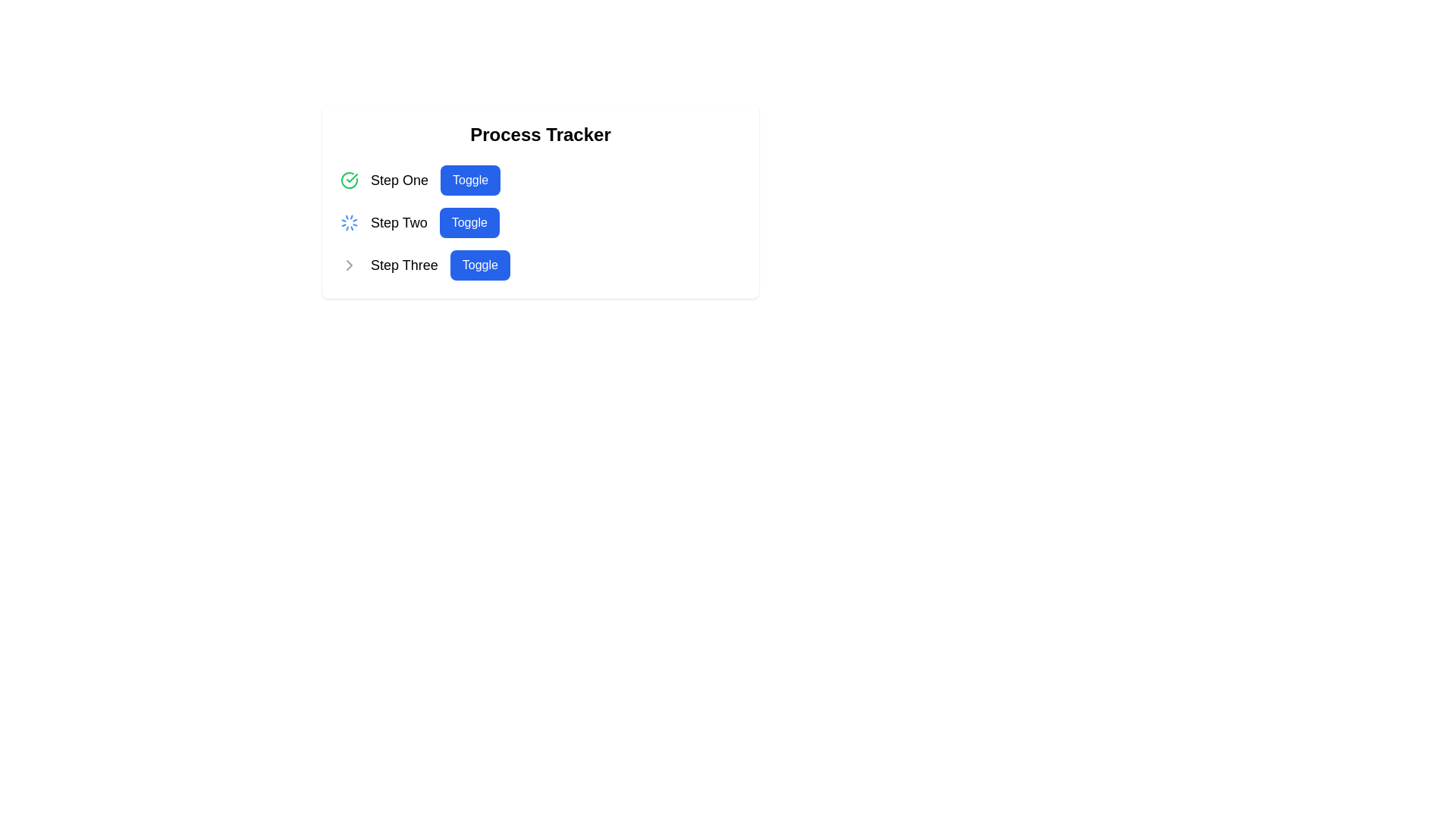  What do you see at coordinates (348, 265) in the screenshot?
I see `the Chevron icon located to the left of the 'Step Three' text, which indicates a navigational or expandable function` at bounding box center [348, 265].